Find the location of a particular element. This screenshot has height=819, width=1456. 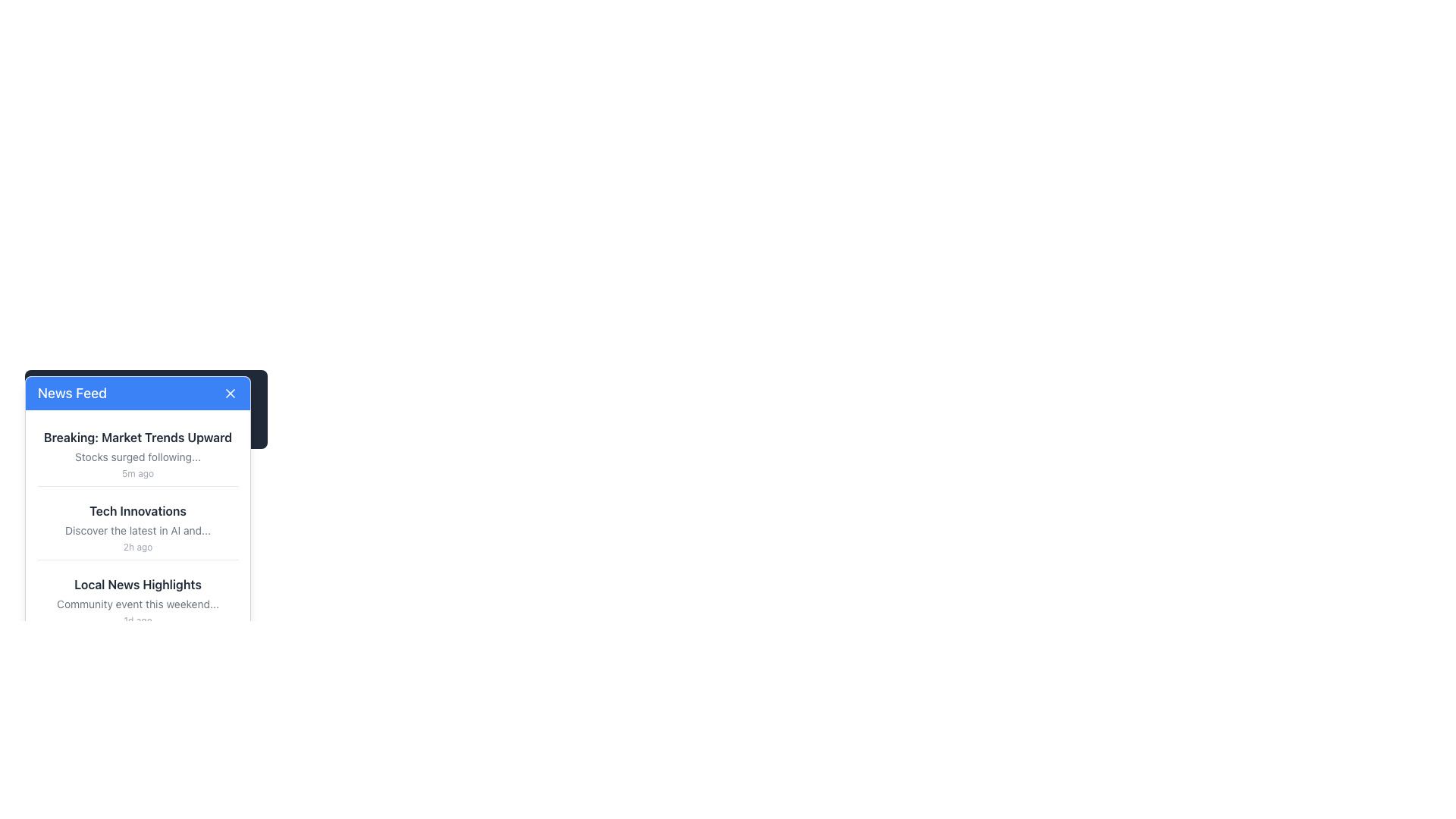

the news headline card located at the top of the 'News Feed' section is located at coordinates (138, 453).